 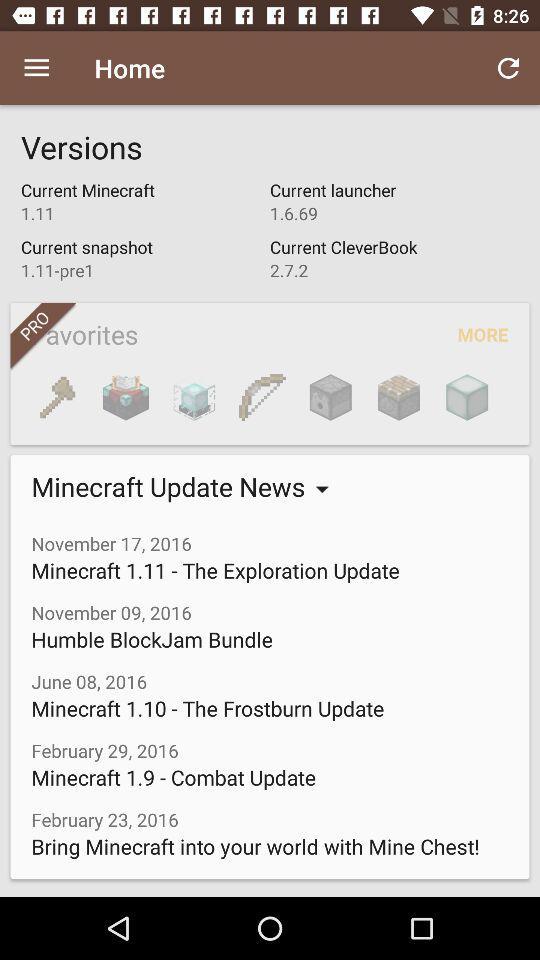 What do you see at coordinates (125, 396) in the screenshot?
I see `icon below favorites` at bounding box center [125, 396].